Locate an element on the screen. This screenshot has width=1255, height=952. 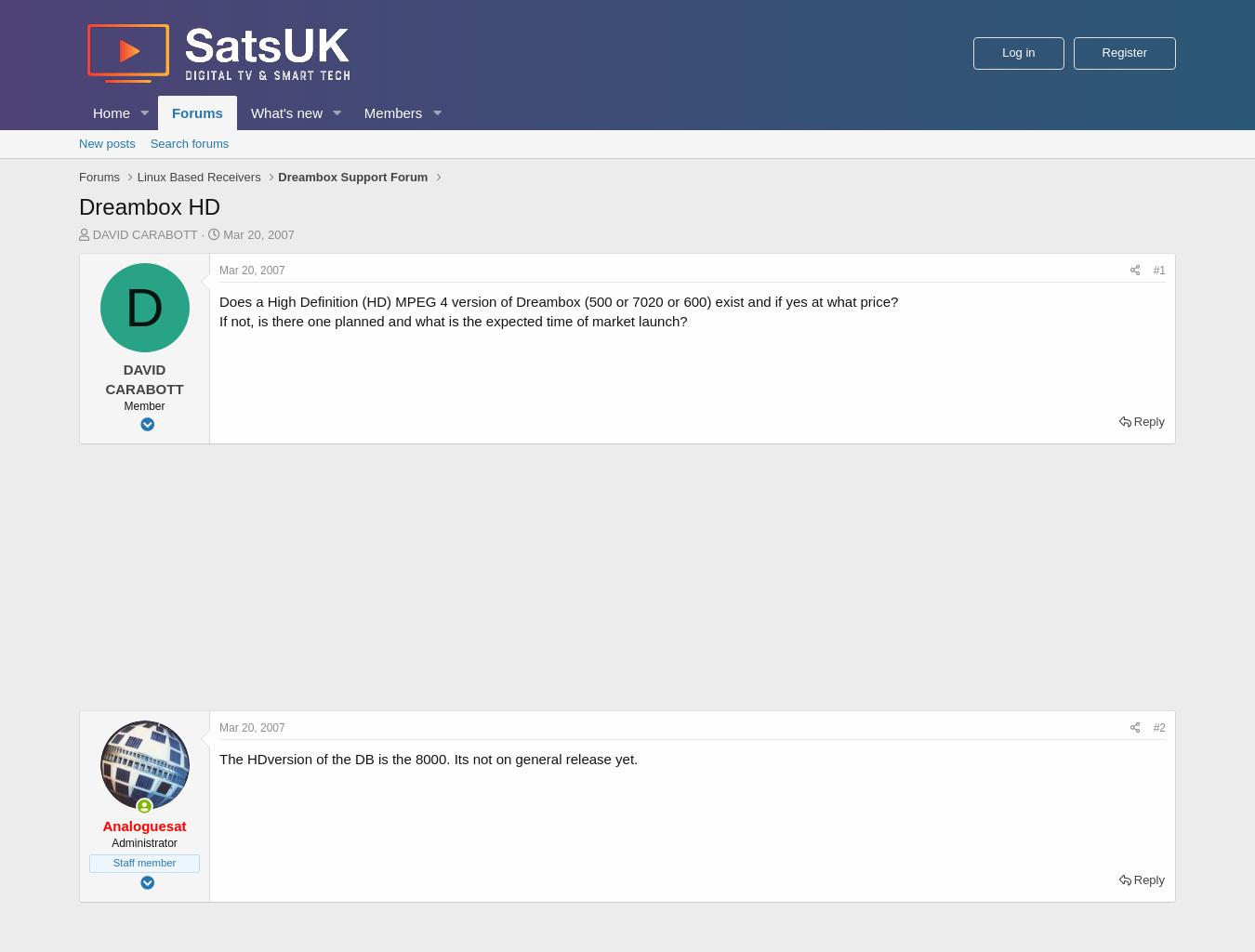
'Does a High Definition (HD) MPEG 4 version of Dreambox (500 or 7020 or 600) exist and if yes at what price?' is located at coordinates (559, 300).